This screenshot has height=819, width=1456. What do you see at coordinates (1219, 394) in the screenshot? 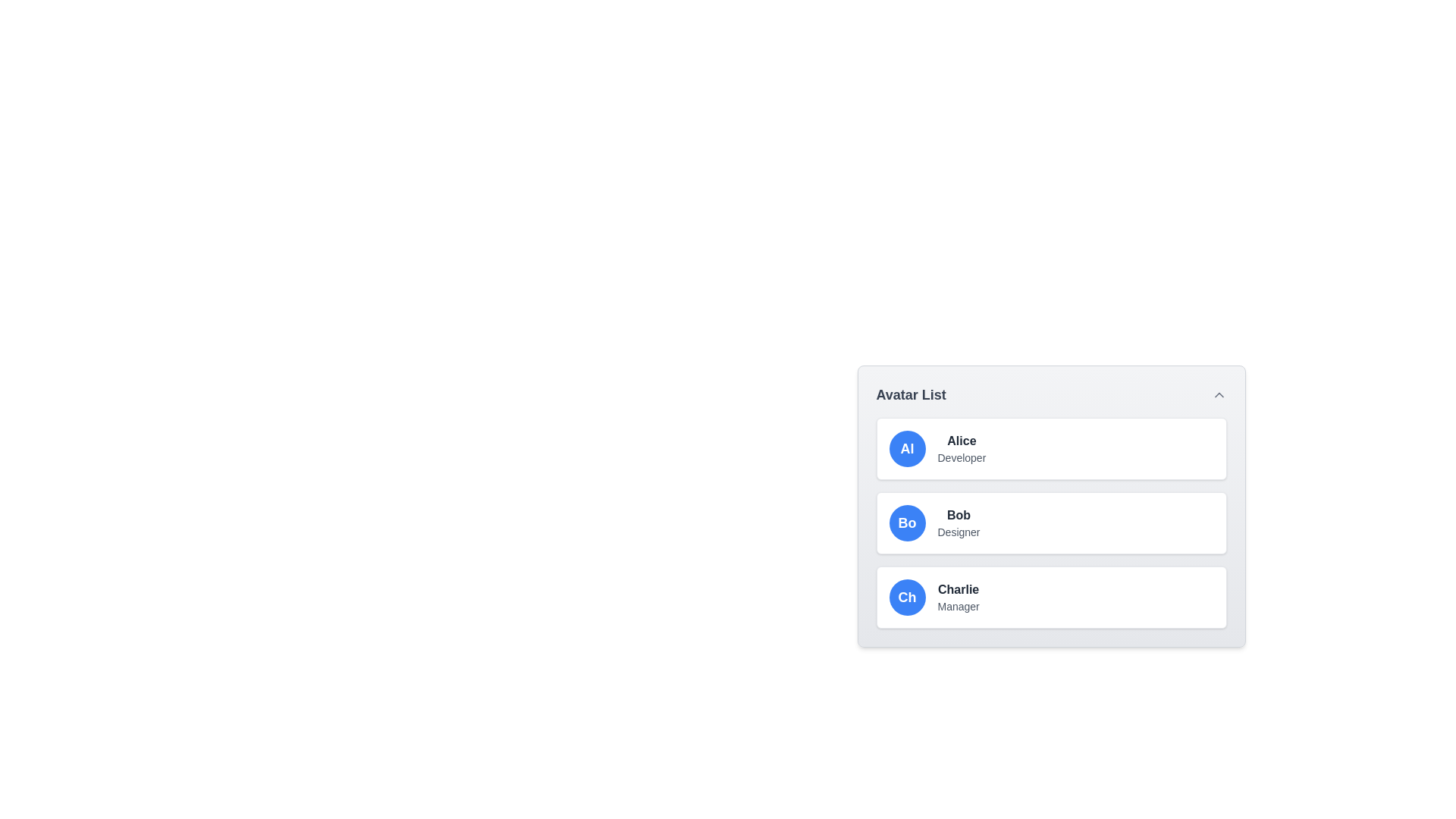
I see `the button that toggles the 'Avatar List' section, located to the far right of the section header, next to the title 'Avatar List'` at bounding box center [1219, 394].